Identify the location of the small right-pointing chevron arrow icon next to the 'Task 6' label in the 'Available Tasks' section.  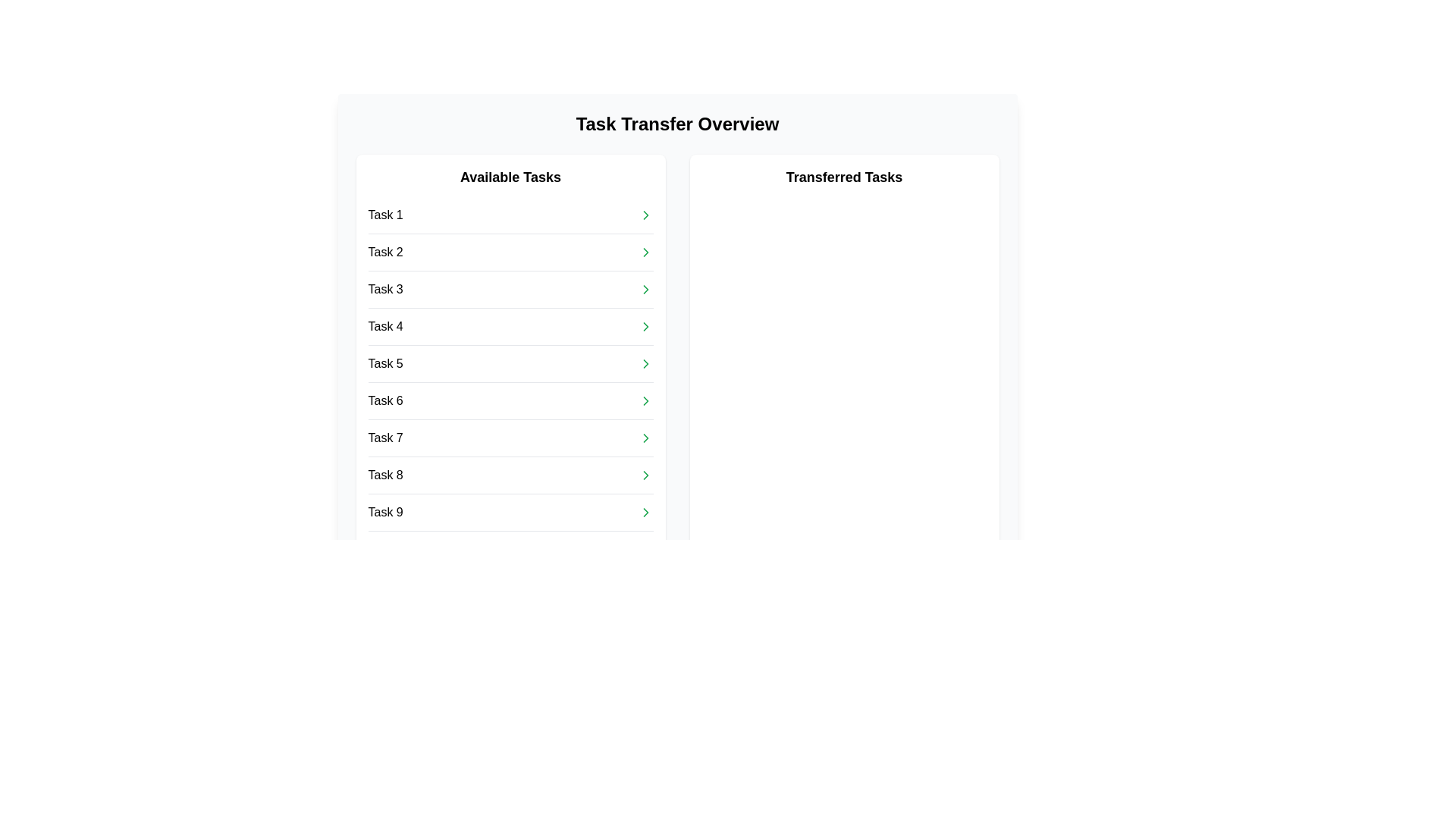
(645, 400).